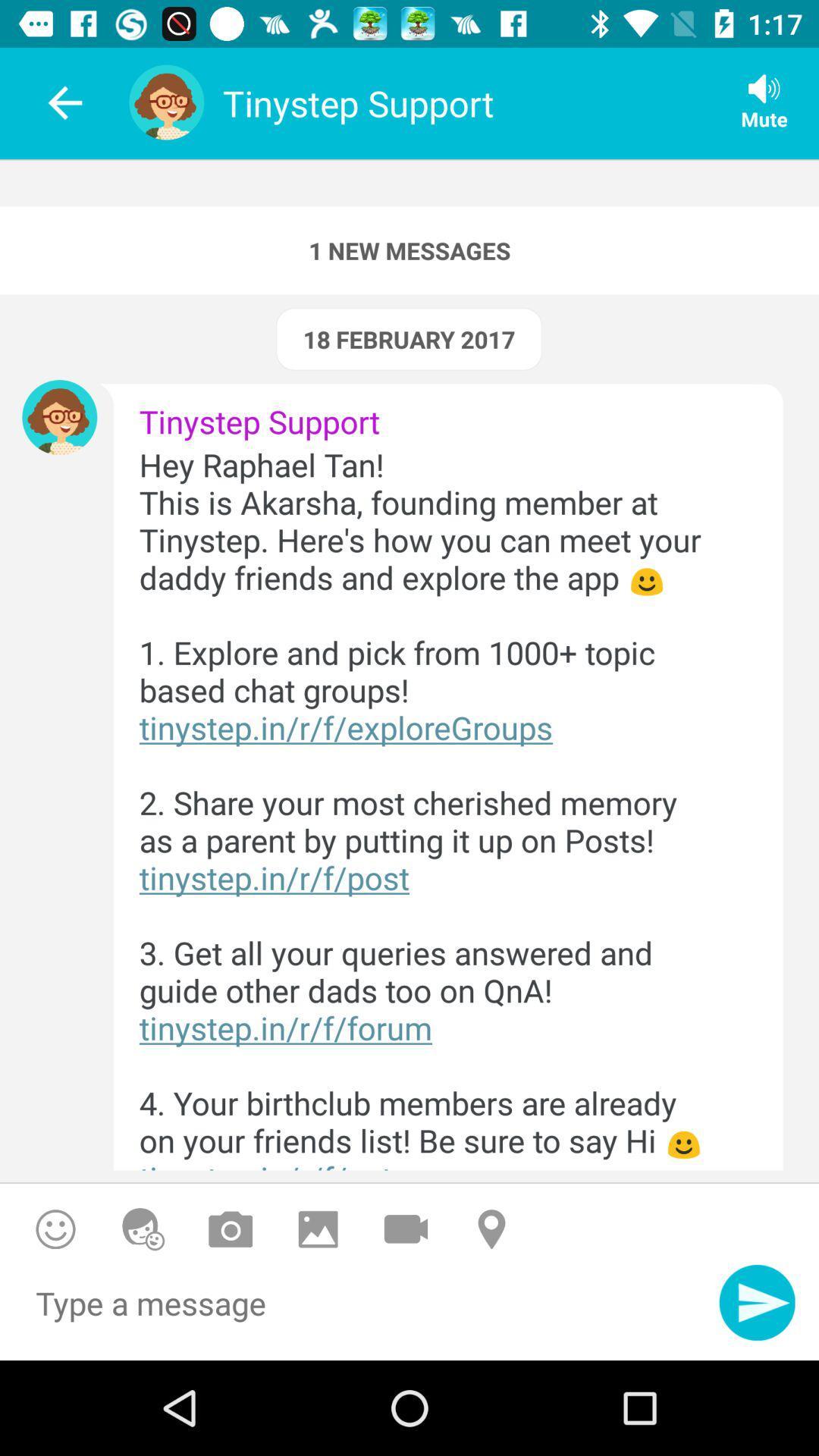 The width and height of the screenshot is (819, 1456). Describe the element at coordinates (435, 805) in the screenshot. I see `the icon below tinystep support item` at that location.